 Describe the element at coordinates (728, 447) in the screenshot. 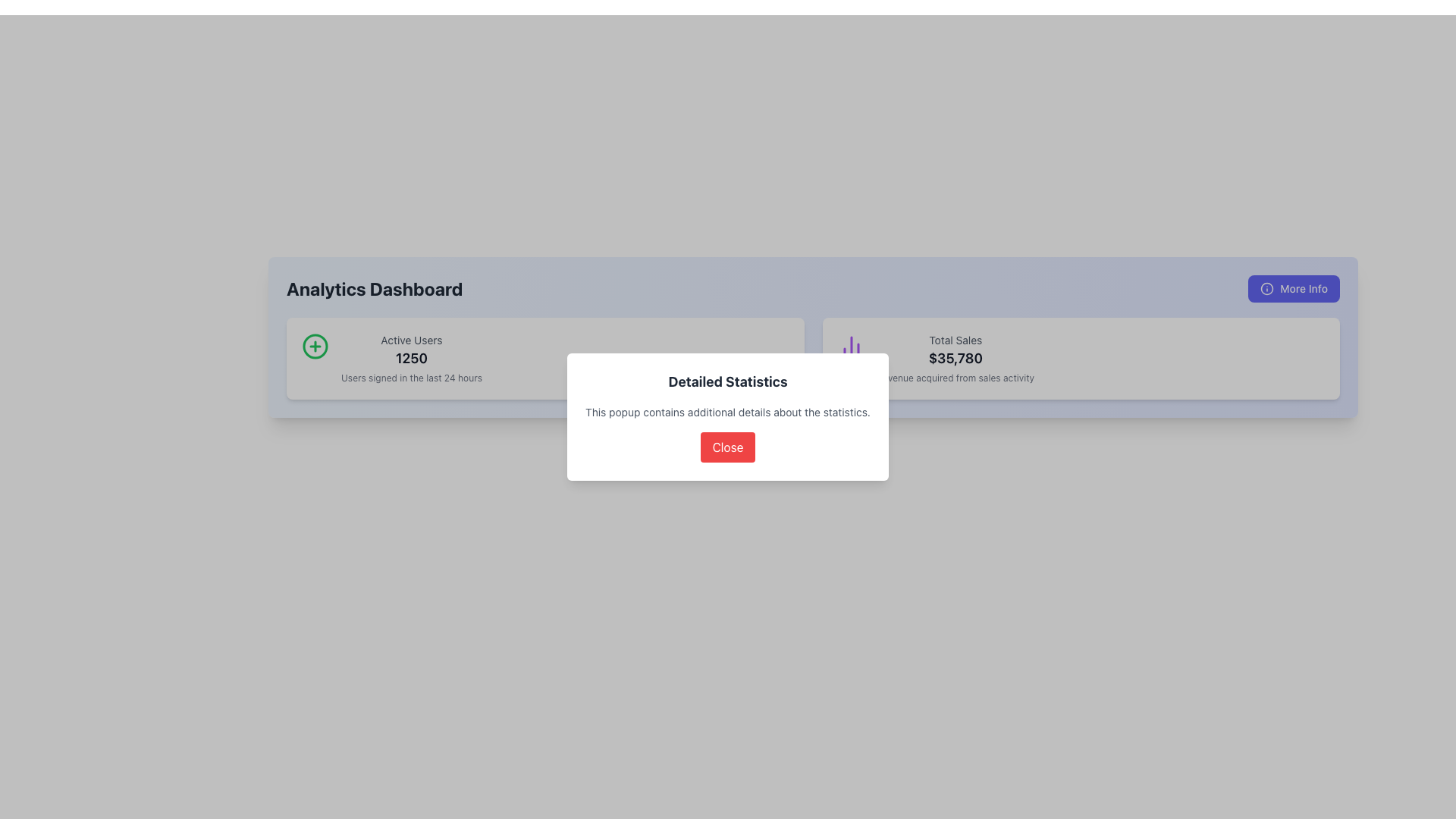

I see `the rectangular red button labeled 'Close' located at the bottom of the 'Detailed Statistics' popup` at that location.